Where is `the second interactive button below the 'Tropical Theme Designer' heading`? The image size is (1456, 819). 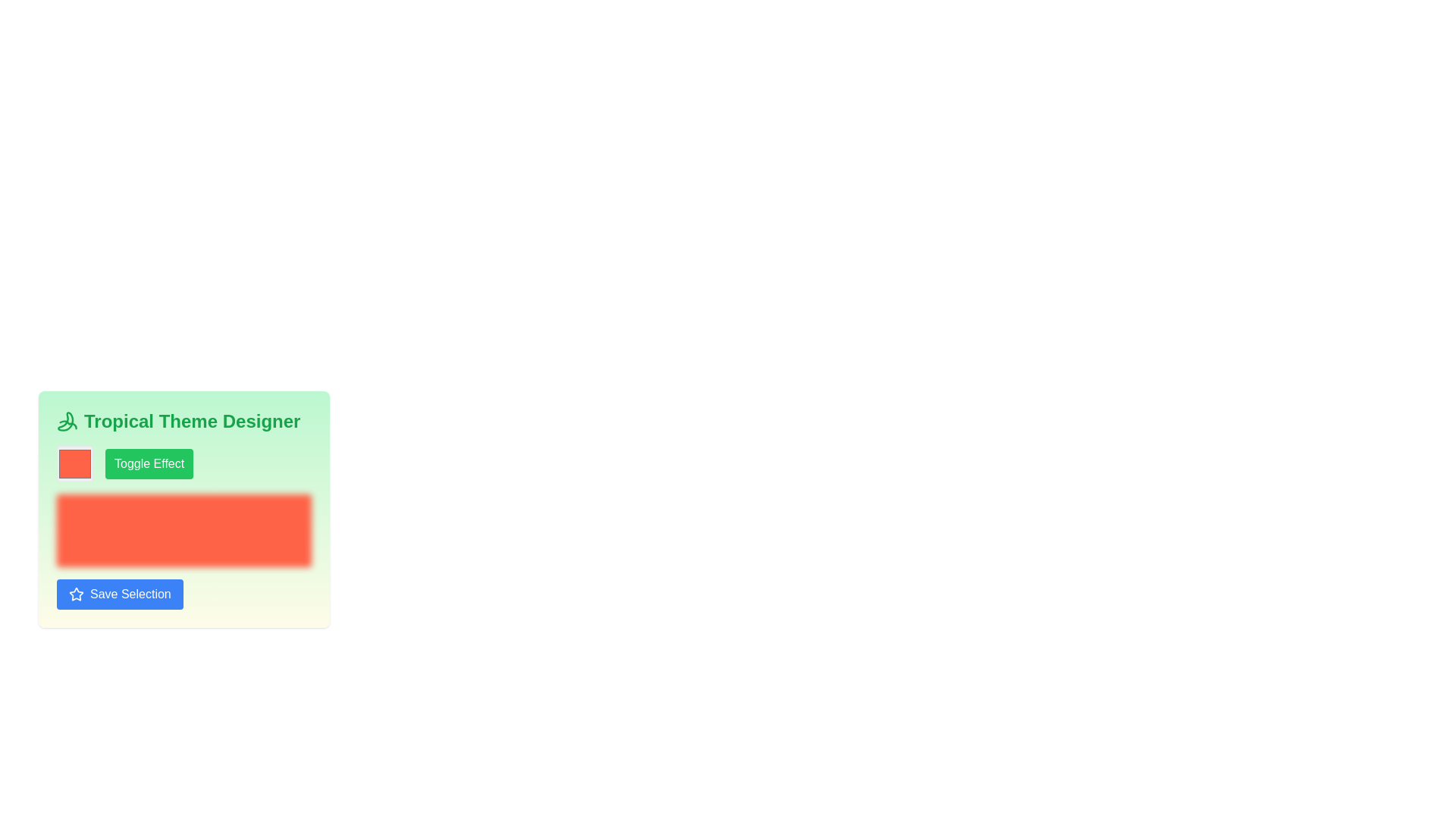 the second interactive button below the 'Tropical Theme Designer' heading is located at coordinates (184, 463).